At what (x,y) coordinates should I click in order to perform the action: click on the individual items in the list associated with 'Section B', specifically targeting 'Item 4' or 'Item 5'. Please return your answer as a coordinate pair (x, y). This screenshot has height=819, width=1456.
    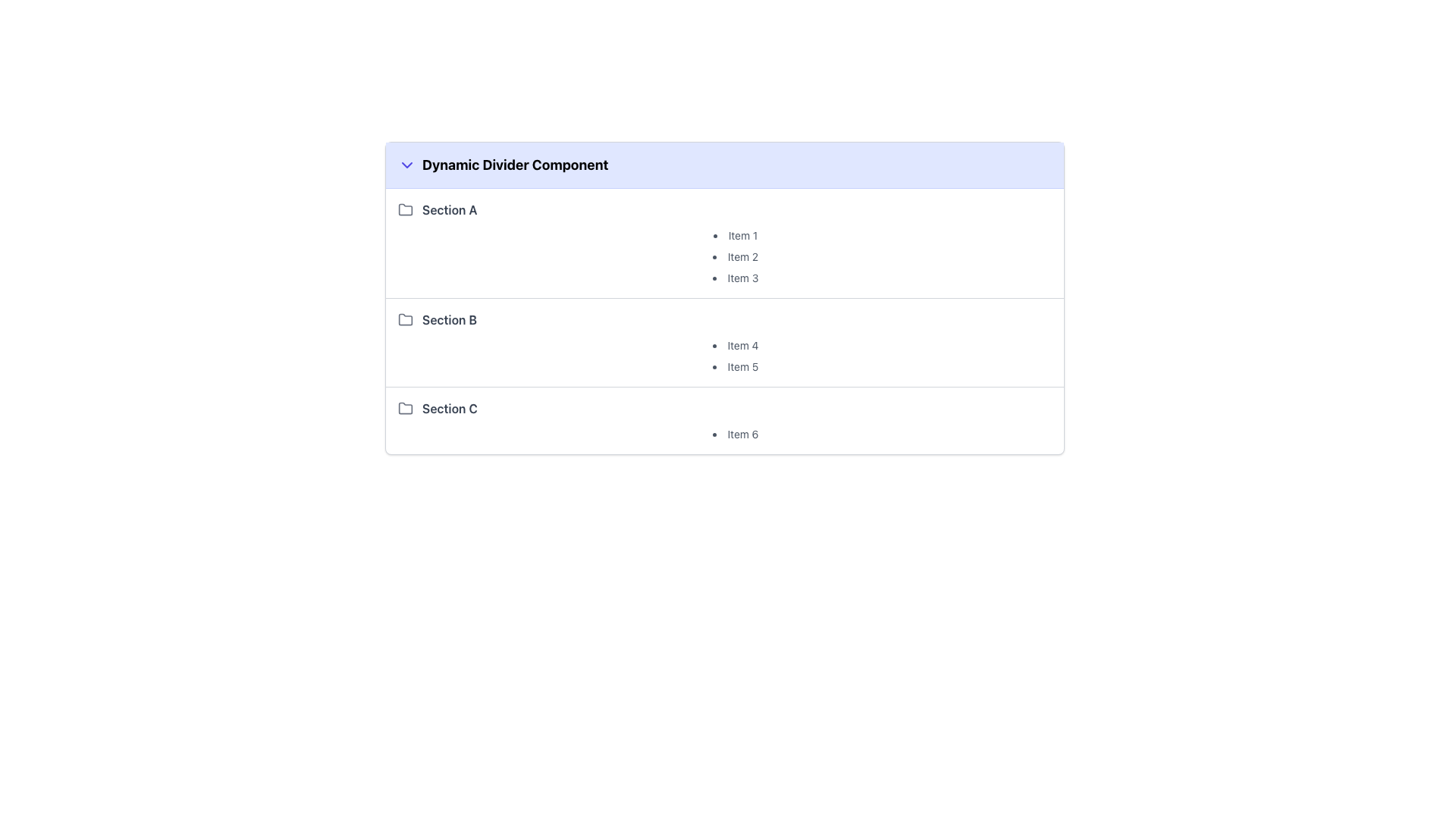
    Looking at the image, I should click on (723, 356).